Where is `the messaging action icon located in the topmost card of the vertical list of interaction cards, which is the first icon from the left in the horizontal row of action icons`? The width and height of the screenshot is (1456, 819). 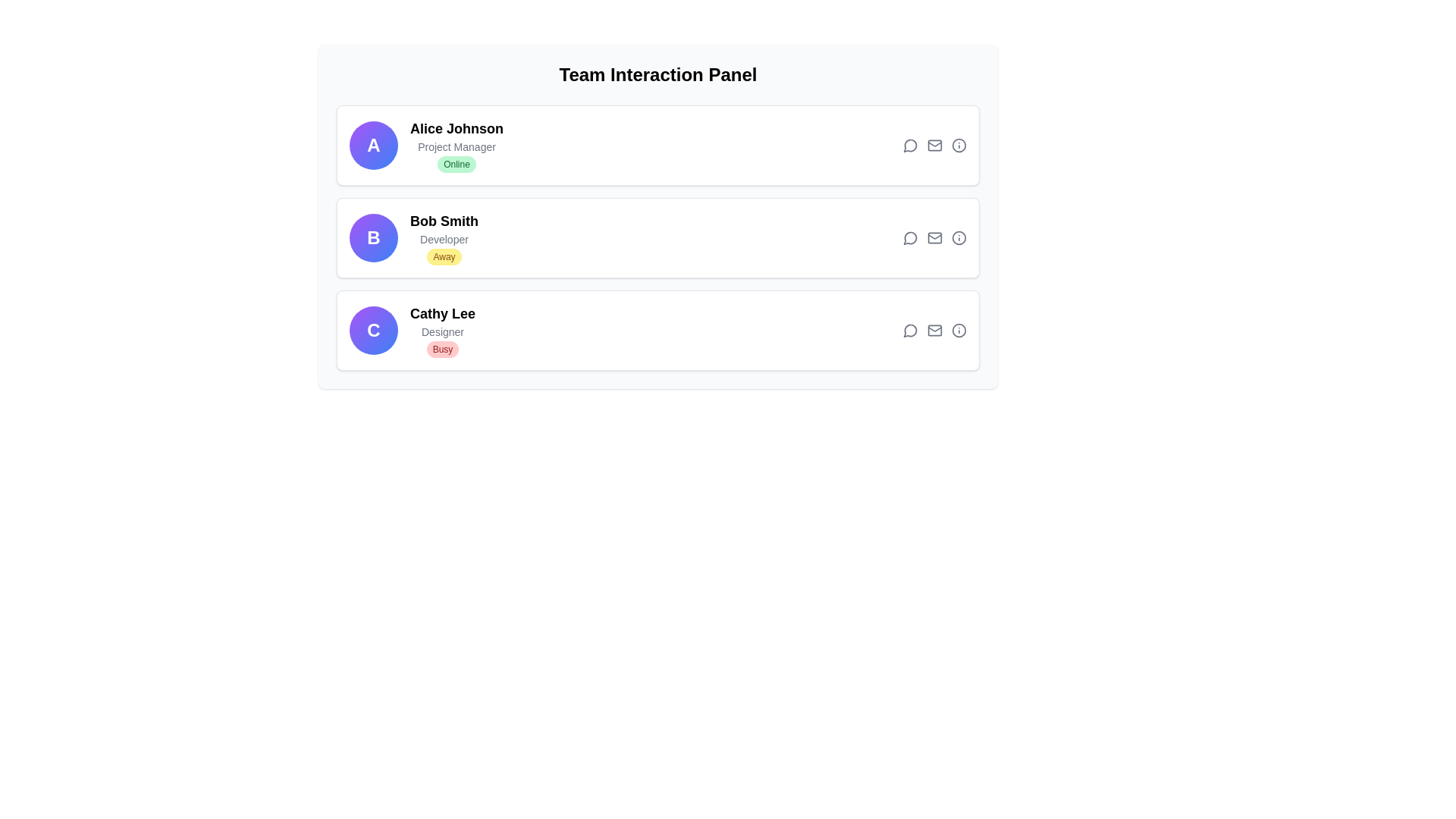 the messaging action icon located in the topmost card of the vertical list of interaction cards, which is the first icon from the left in the horizontal row of action icons is located at coordinates (910, 146).